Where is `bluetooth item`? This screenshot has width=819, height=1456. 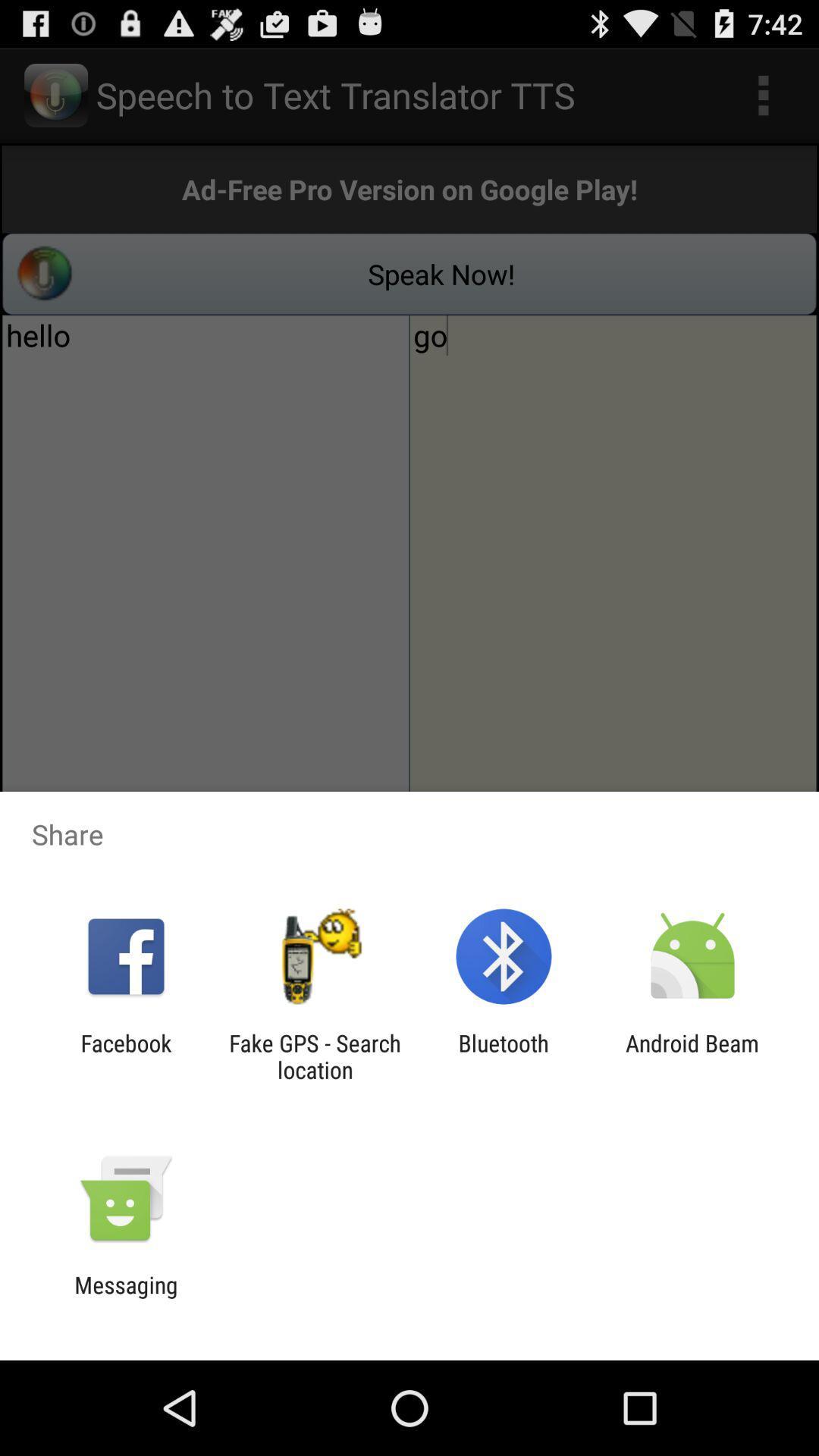 bluetooth item is located at coordinates (504, 1056).